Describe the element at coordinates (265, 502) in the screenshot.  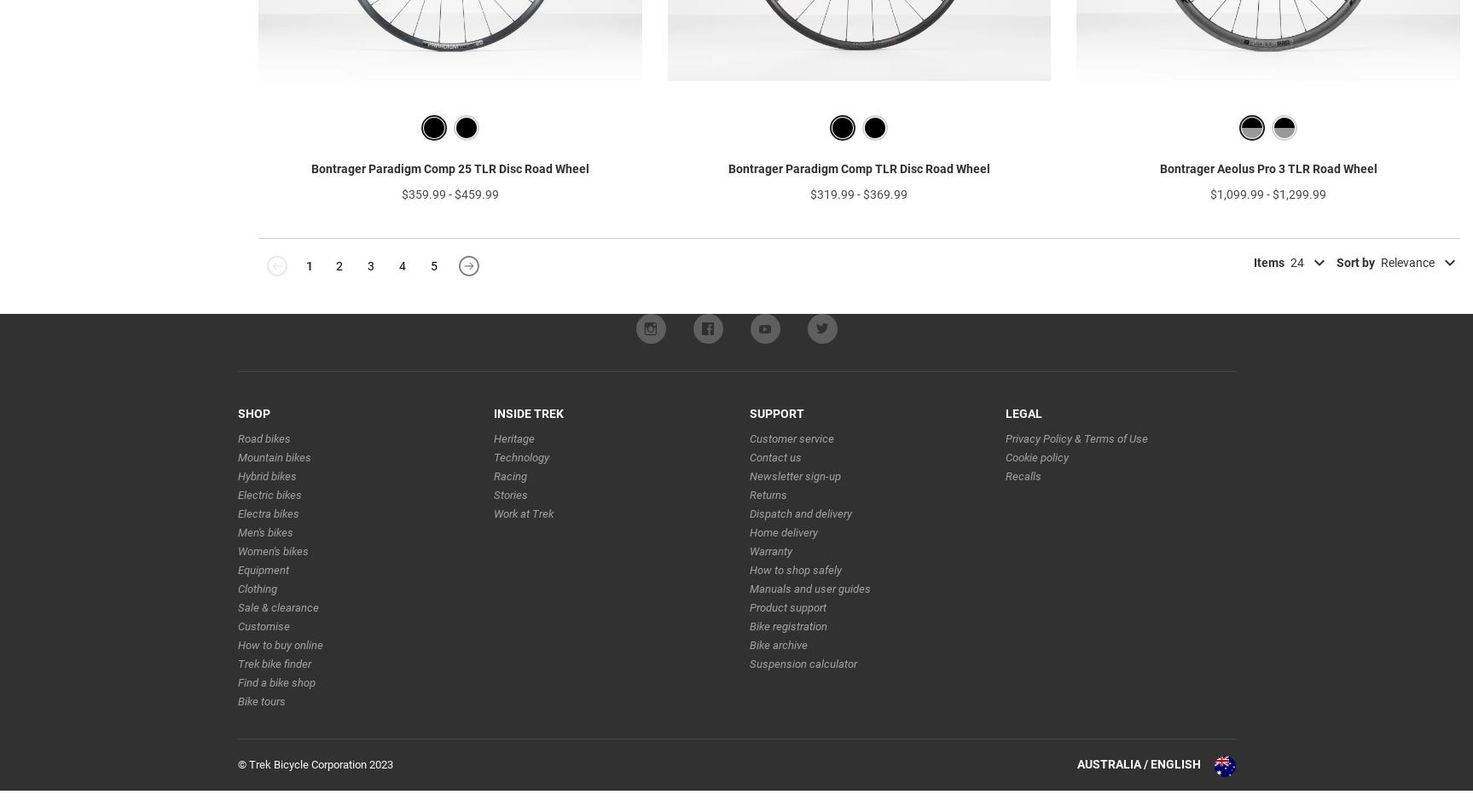
I see `'Hybrid bikes'` at that location.